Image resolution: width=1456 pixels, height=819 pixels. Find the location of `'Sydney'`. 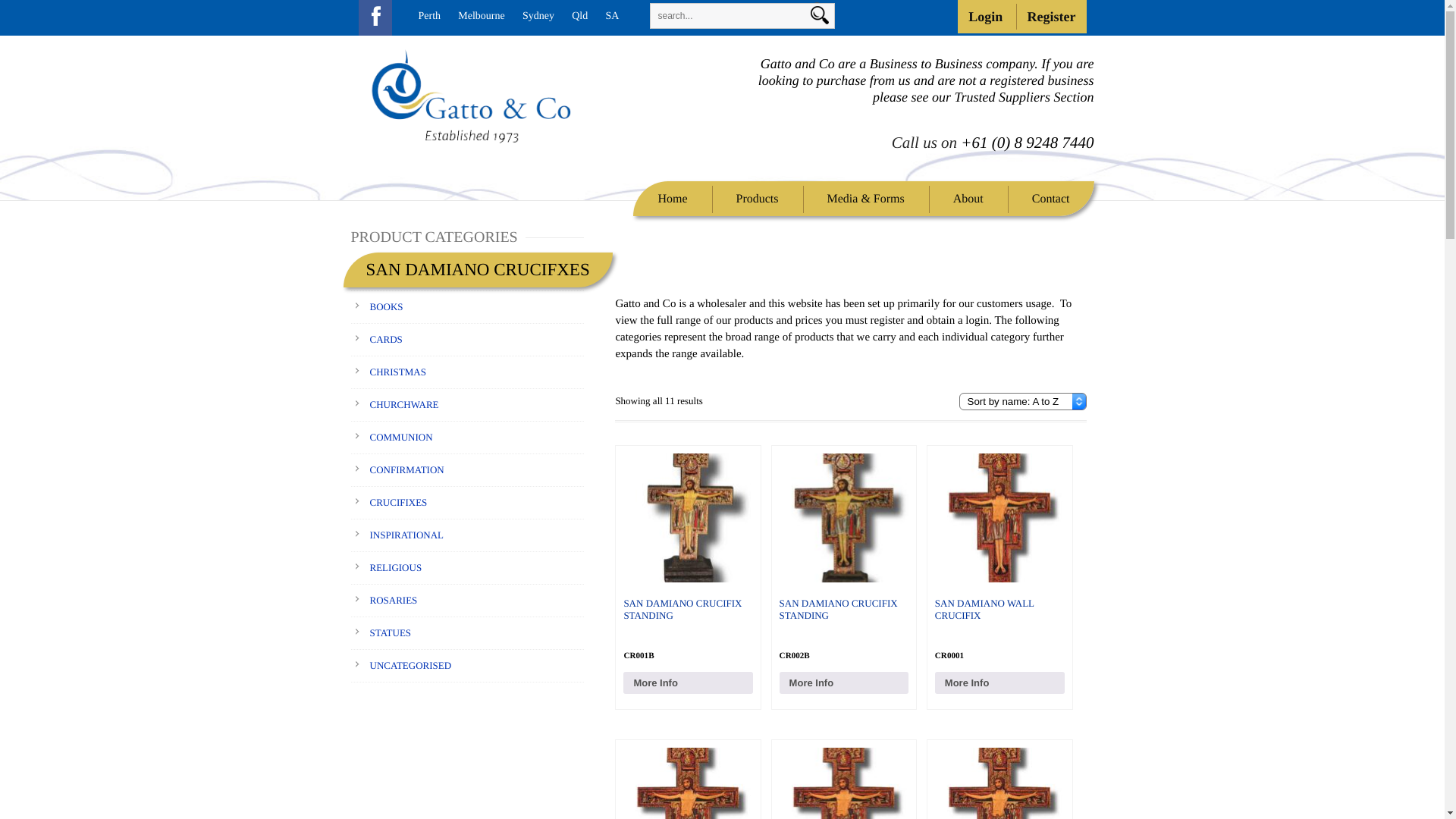

'Sydney' is located at coordinates (538, 16).